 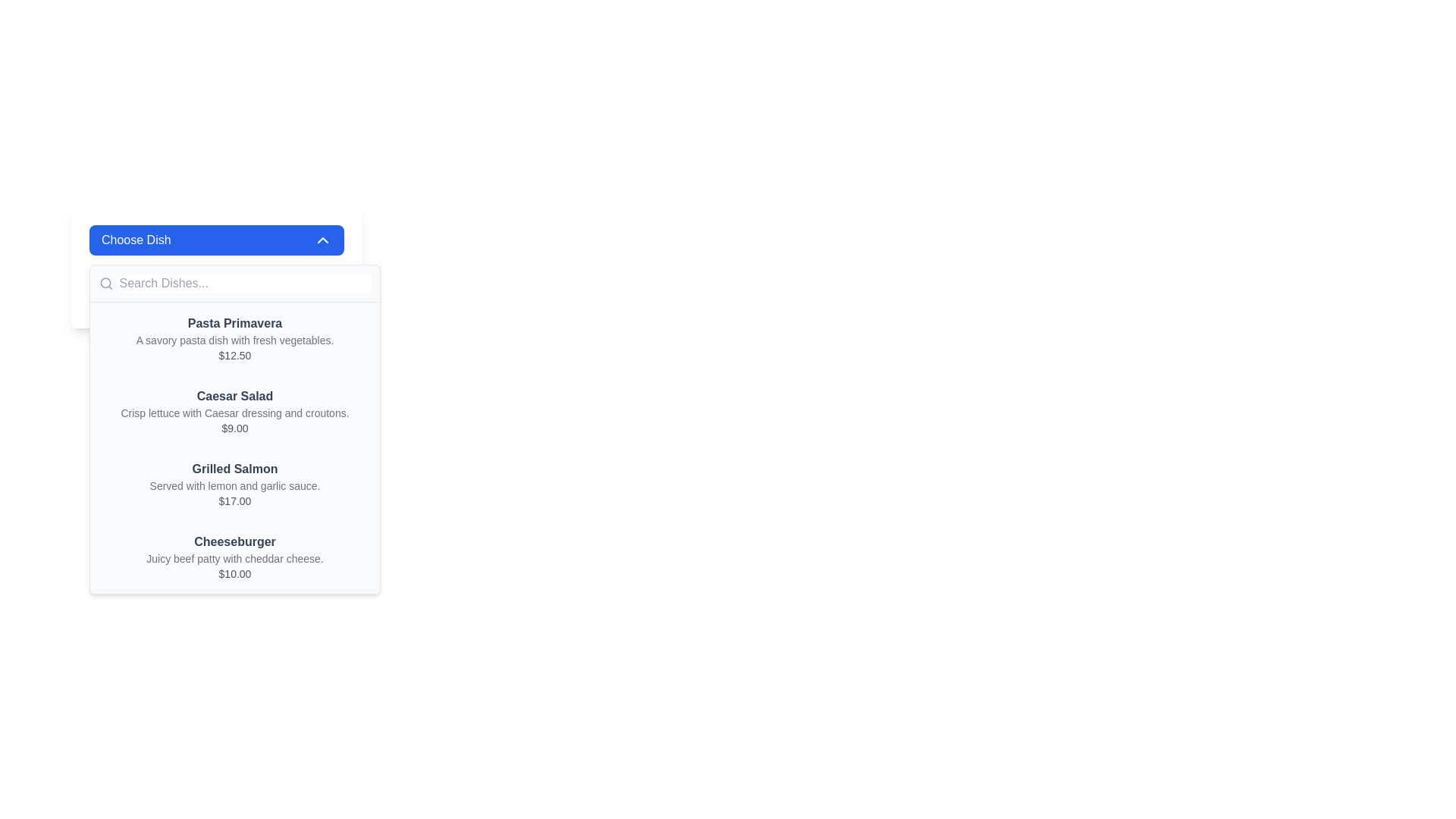 What do you see at coordinates (322, 239) in the screenshot?
I see `the chevron-up icon located at the far right end of the blue rectangular area labeled 'Choose Dish'` at bounding box center [322, 239].